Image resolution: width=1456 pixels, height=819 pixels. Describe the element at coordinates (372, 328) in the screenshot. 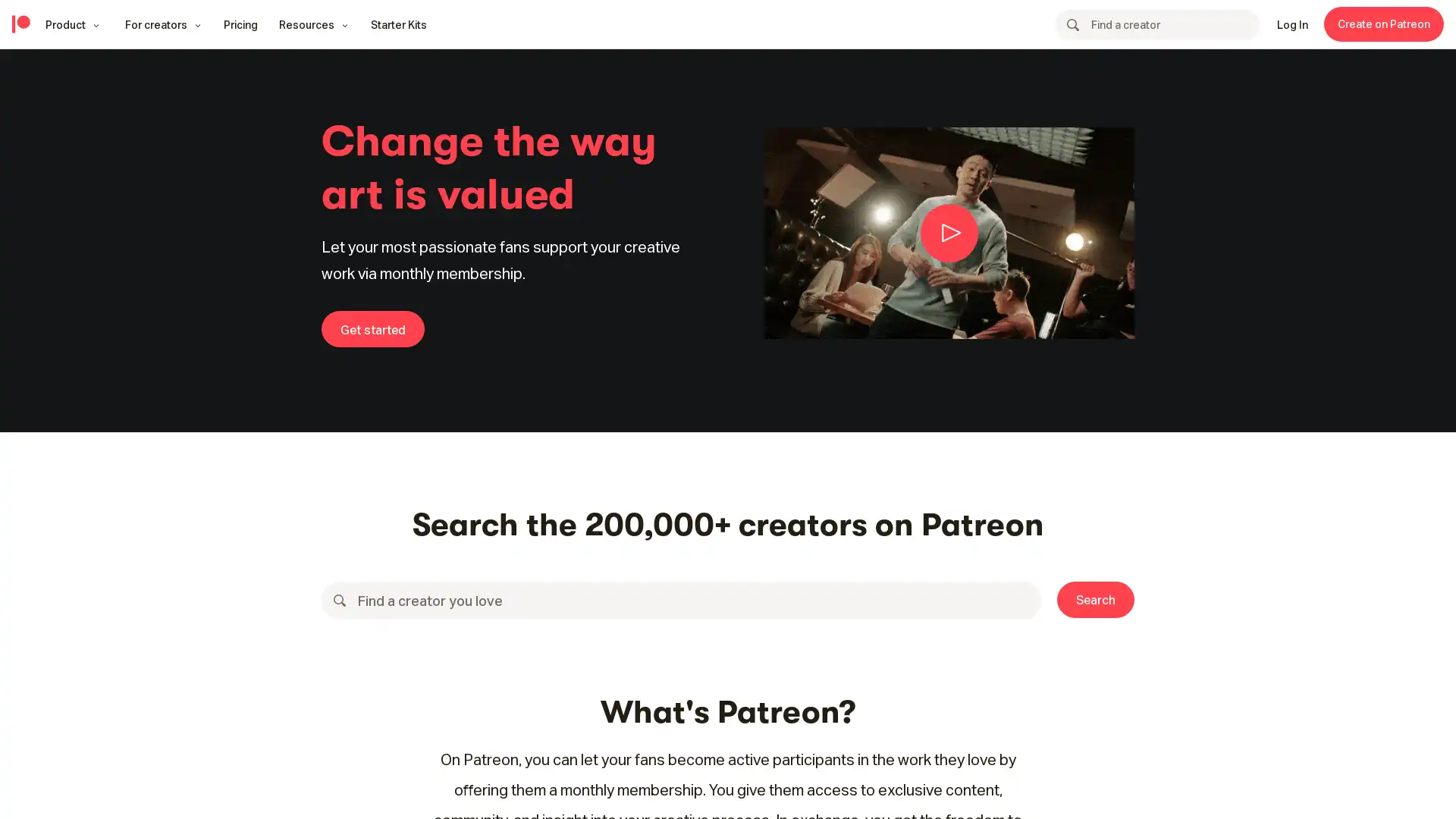

I see `Get started` at that location.